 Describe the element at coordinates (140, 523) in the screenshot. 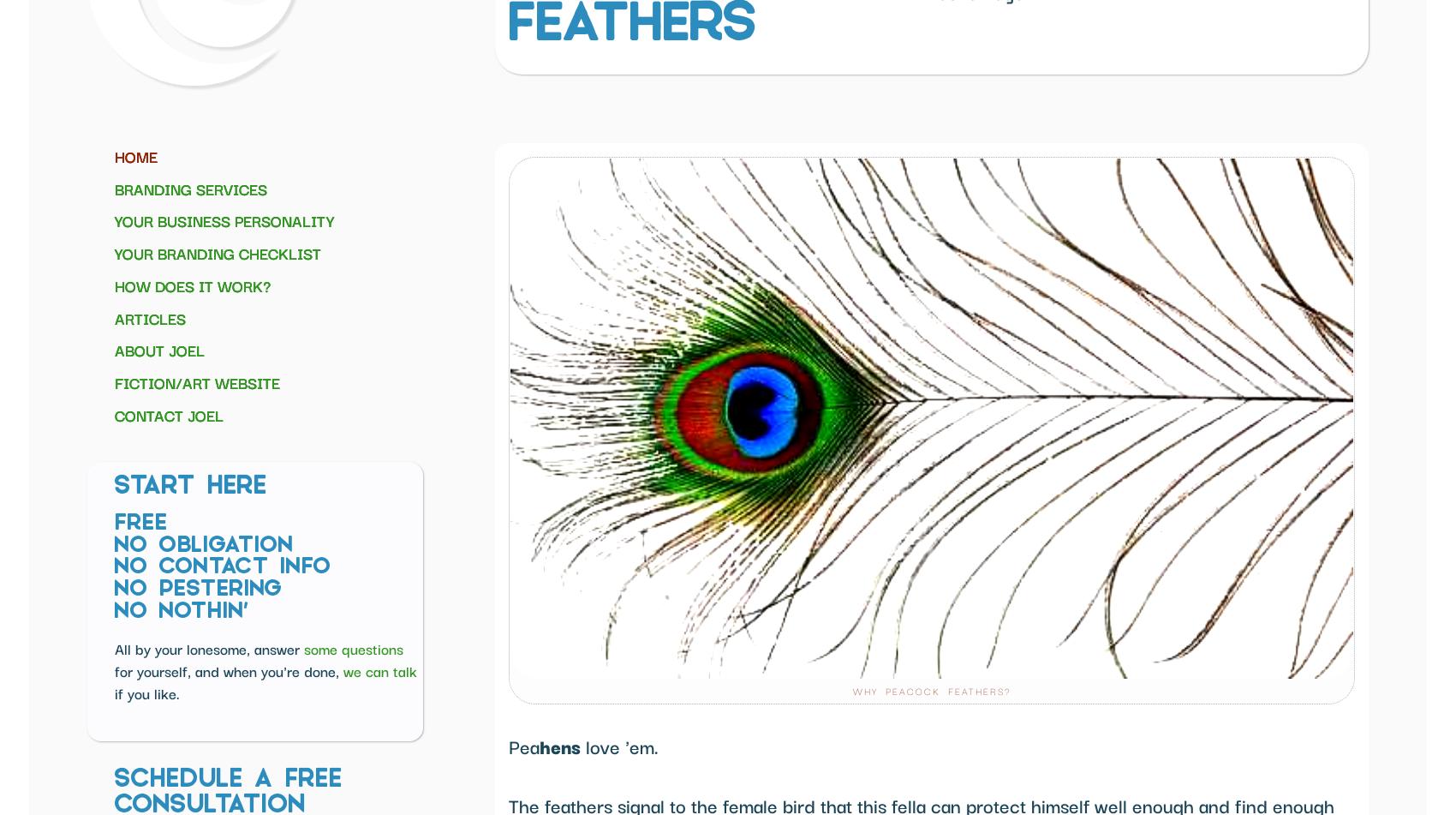

I see `'Free'` at that location.